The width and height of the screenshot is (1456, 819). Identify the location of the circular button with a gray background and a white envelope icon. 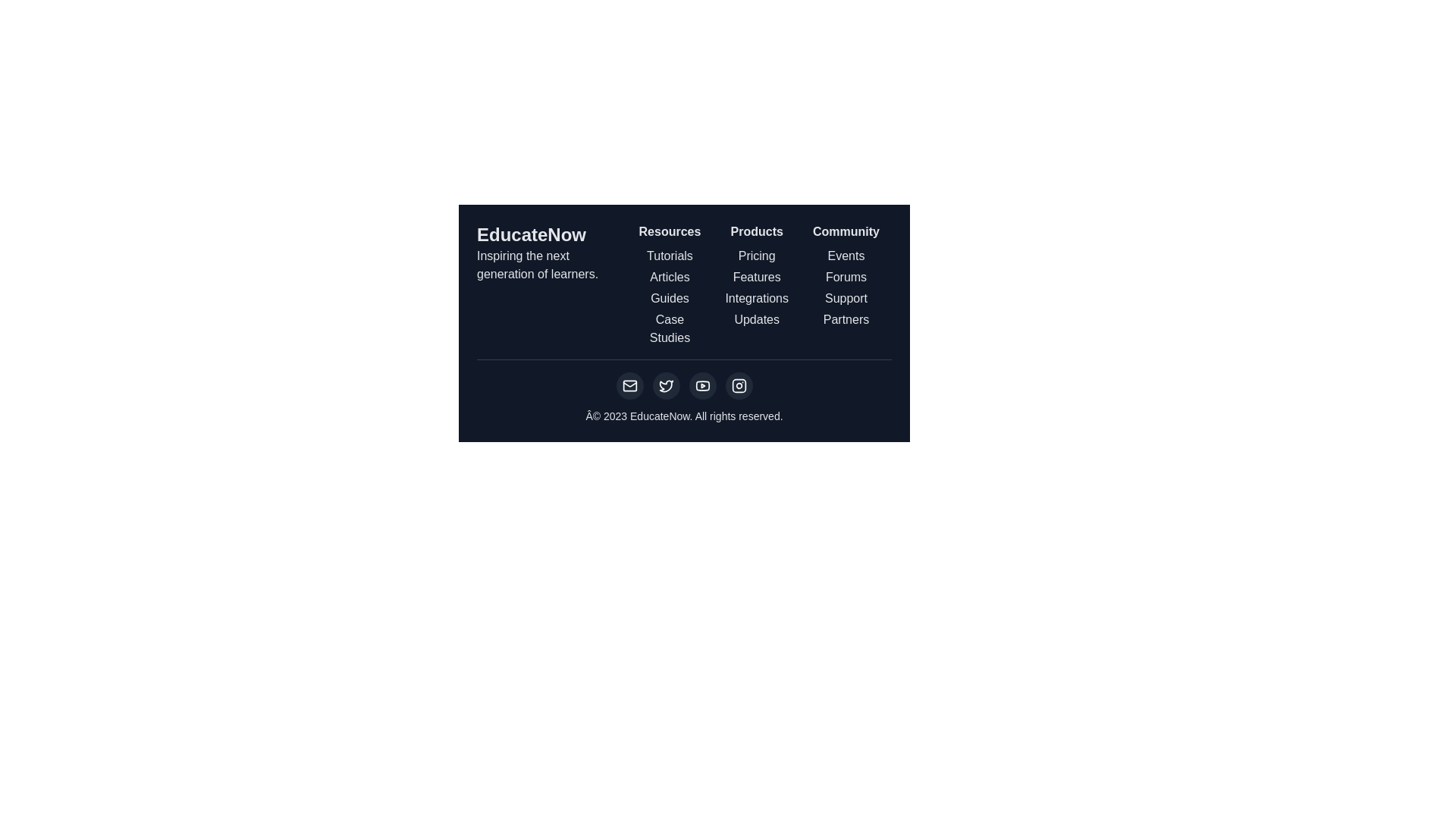
(629, 385).